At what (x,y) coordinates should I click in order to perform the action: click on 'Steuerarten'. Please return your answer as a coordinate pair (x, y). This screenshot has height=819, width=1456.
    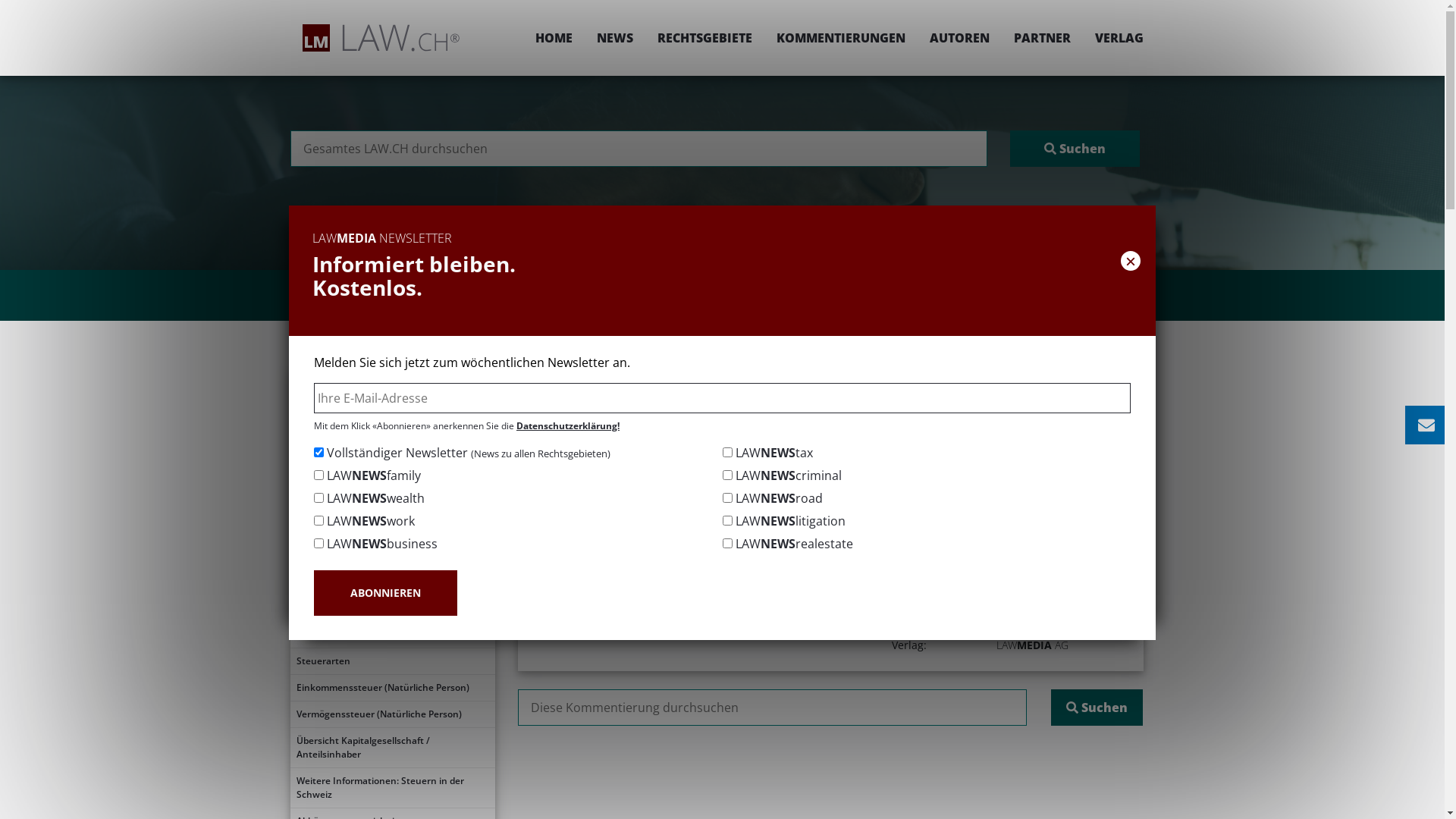
    Looking at the image, I should click on (392, 660).